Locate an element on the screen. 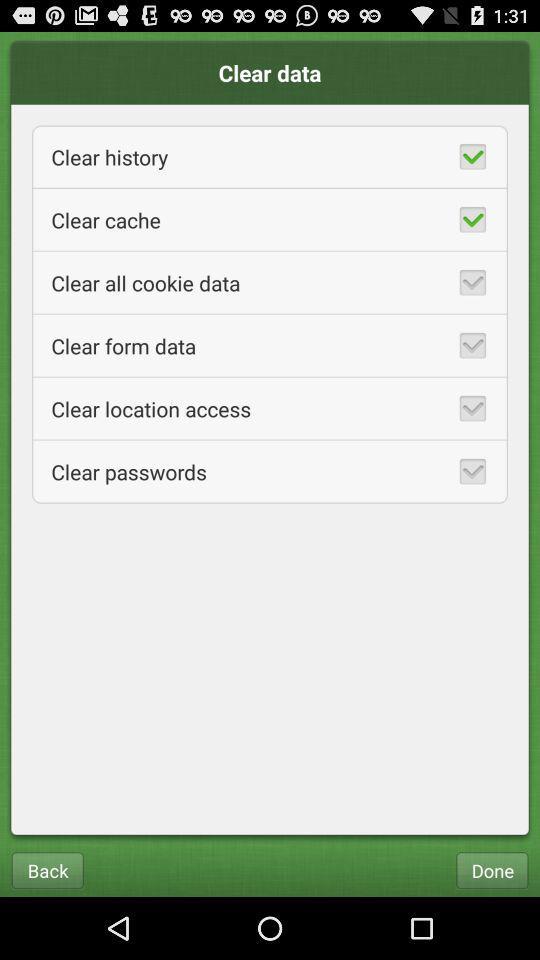  the clear location access item is located at coordinates (270, 407).